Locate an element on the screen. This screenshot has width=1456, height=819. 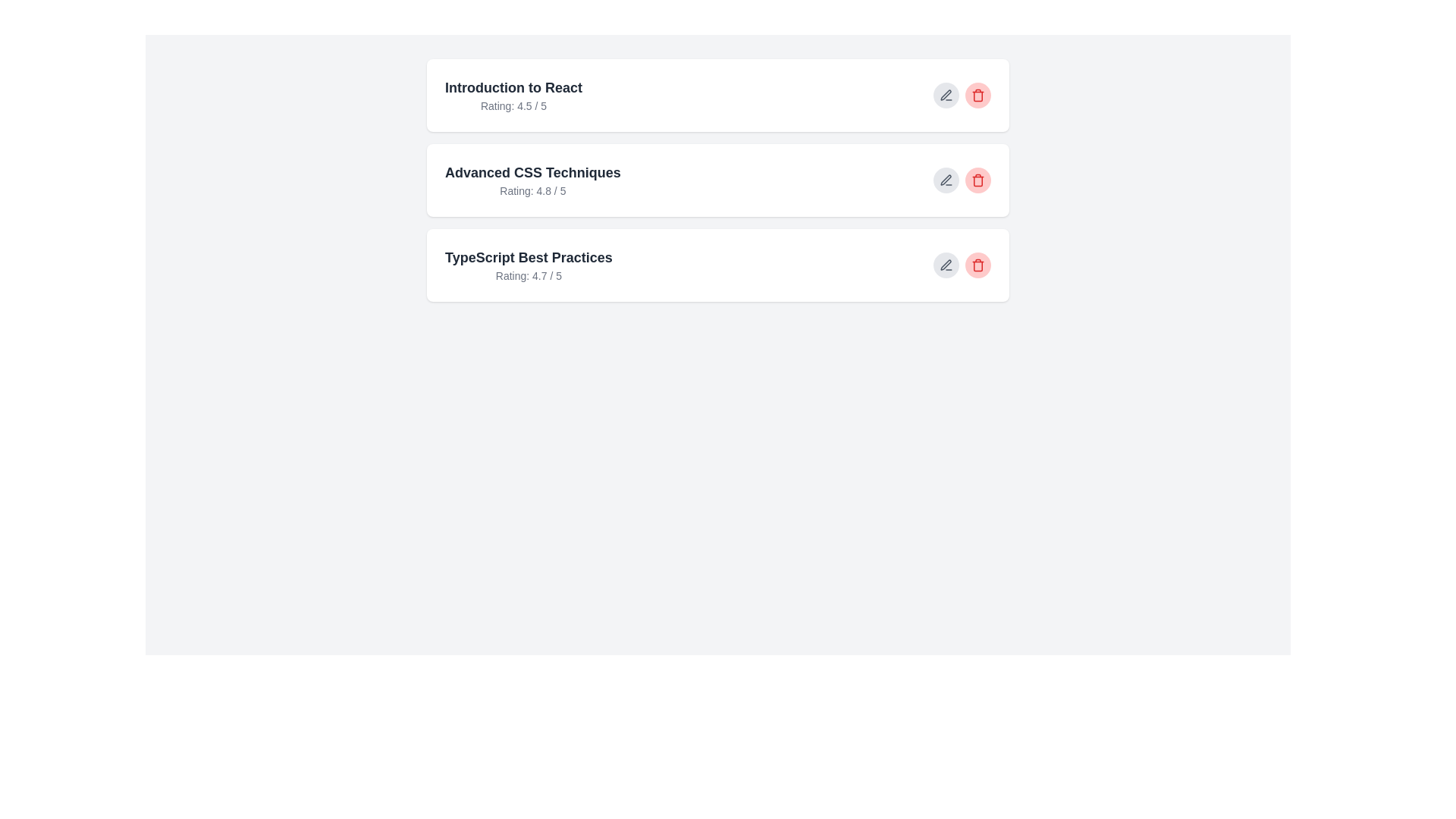
the trash can icon is located at coordinates (978, 180).